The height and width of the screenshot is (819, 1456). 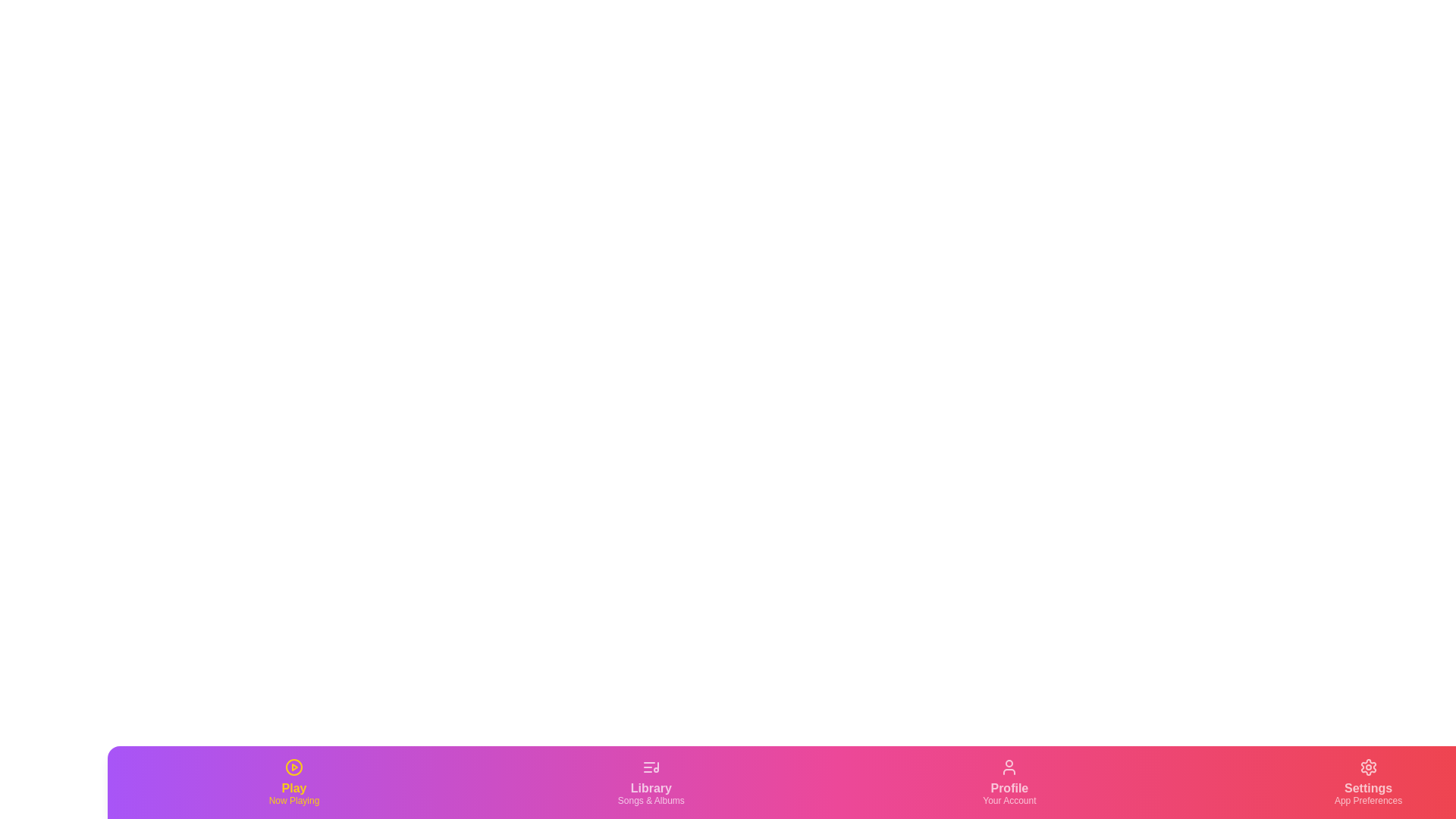 I want to click on the gradient background of the navigation bar, so click(x=582, y=783).